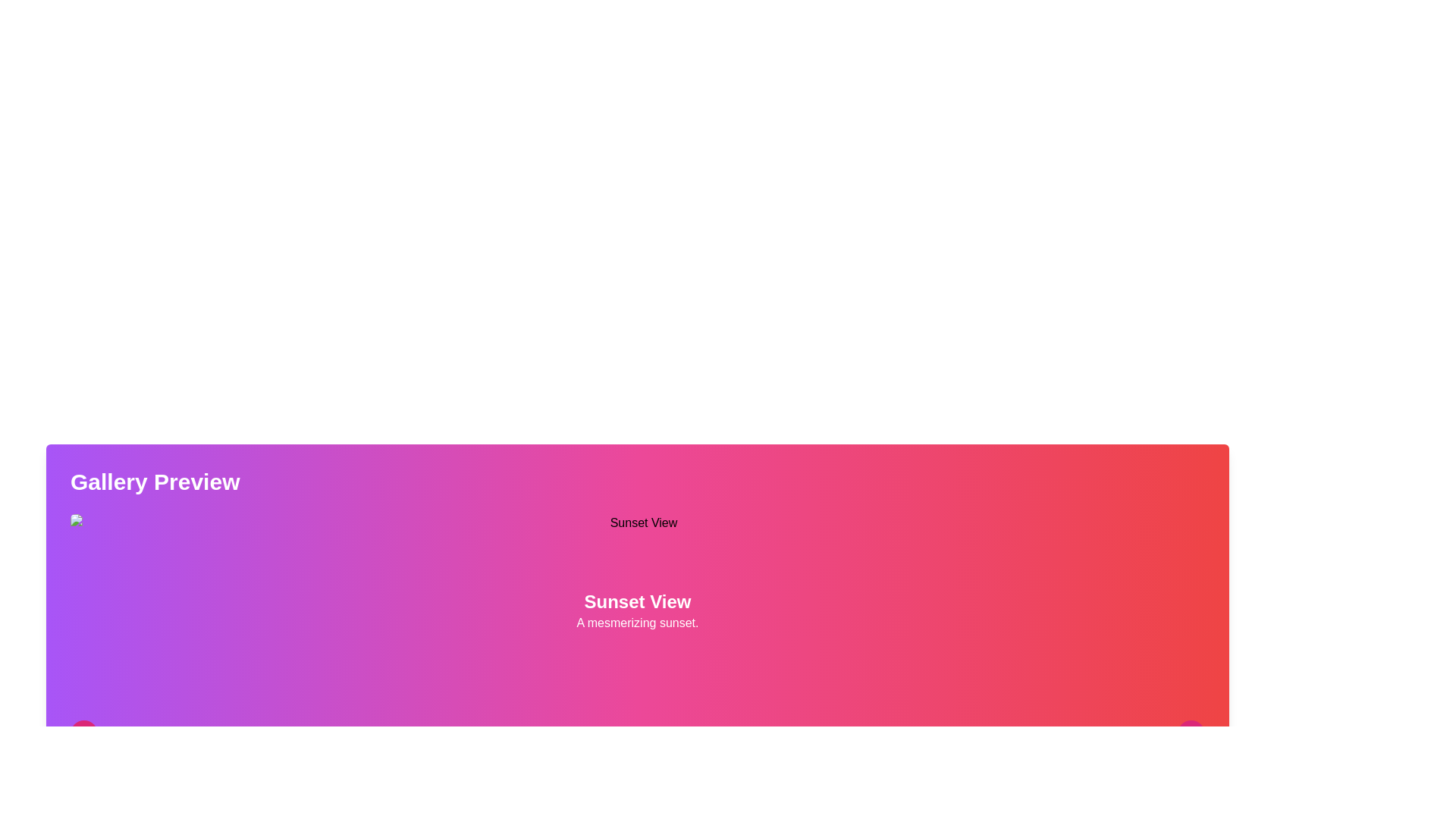  Describe the element at coordinates (83, 733) in the screenshot. I see `the leftward chevron arrow icon, which serves as a back navigation control located at the bottom-left corner of the 'Gallery Preview' area, within a circular pink button` at that location.